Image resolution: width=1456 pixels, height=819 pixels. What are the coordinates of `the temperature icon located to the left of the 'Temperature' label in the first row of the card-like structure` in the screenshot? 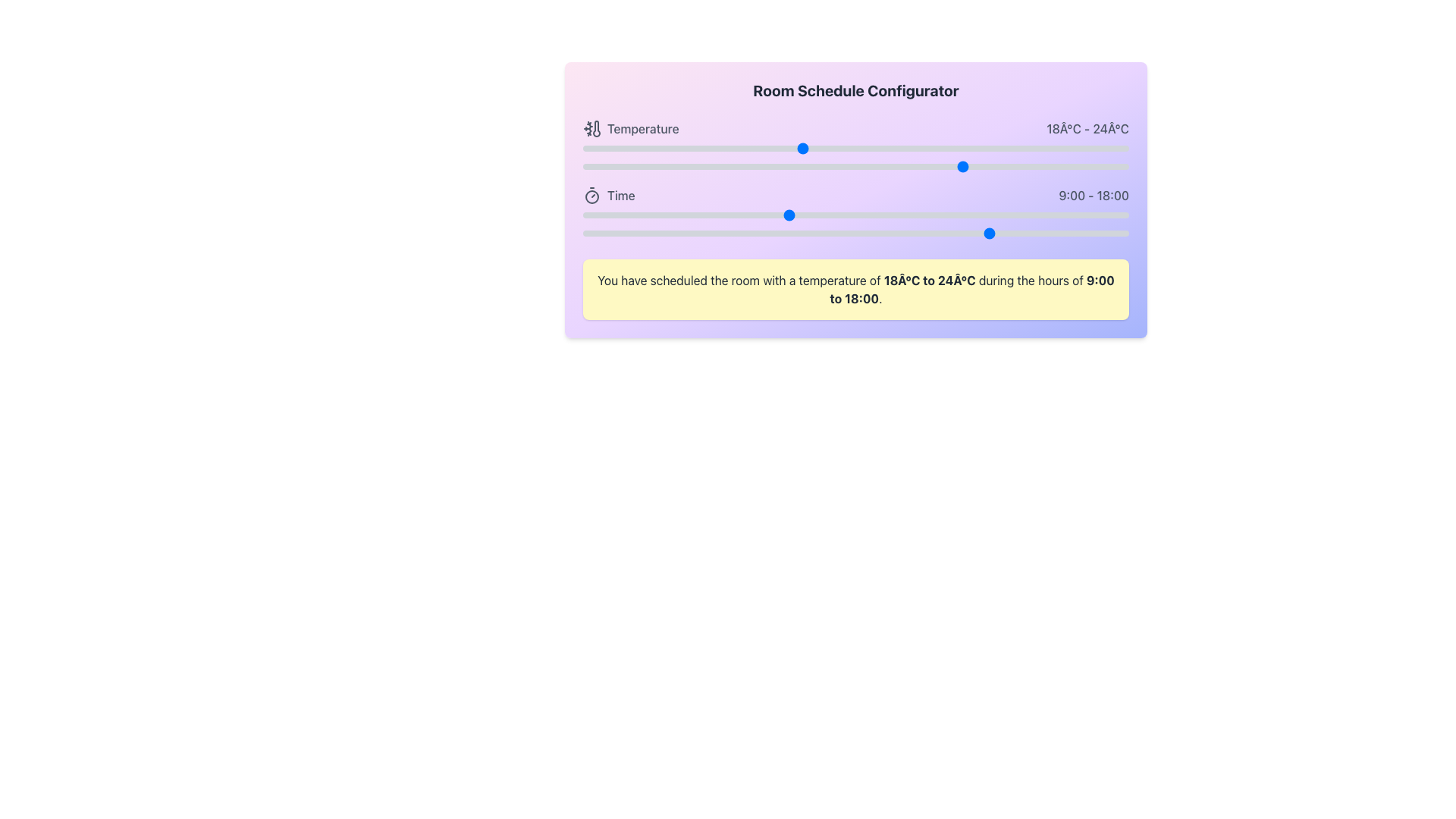 It's located at (596, 127).